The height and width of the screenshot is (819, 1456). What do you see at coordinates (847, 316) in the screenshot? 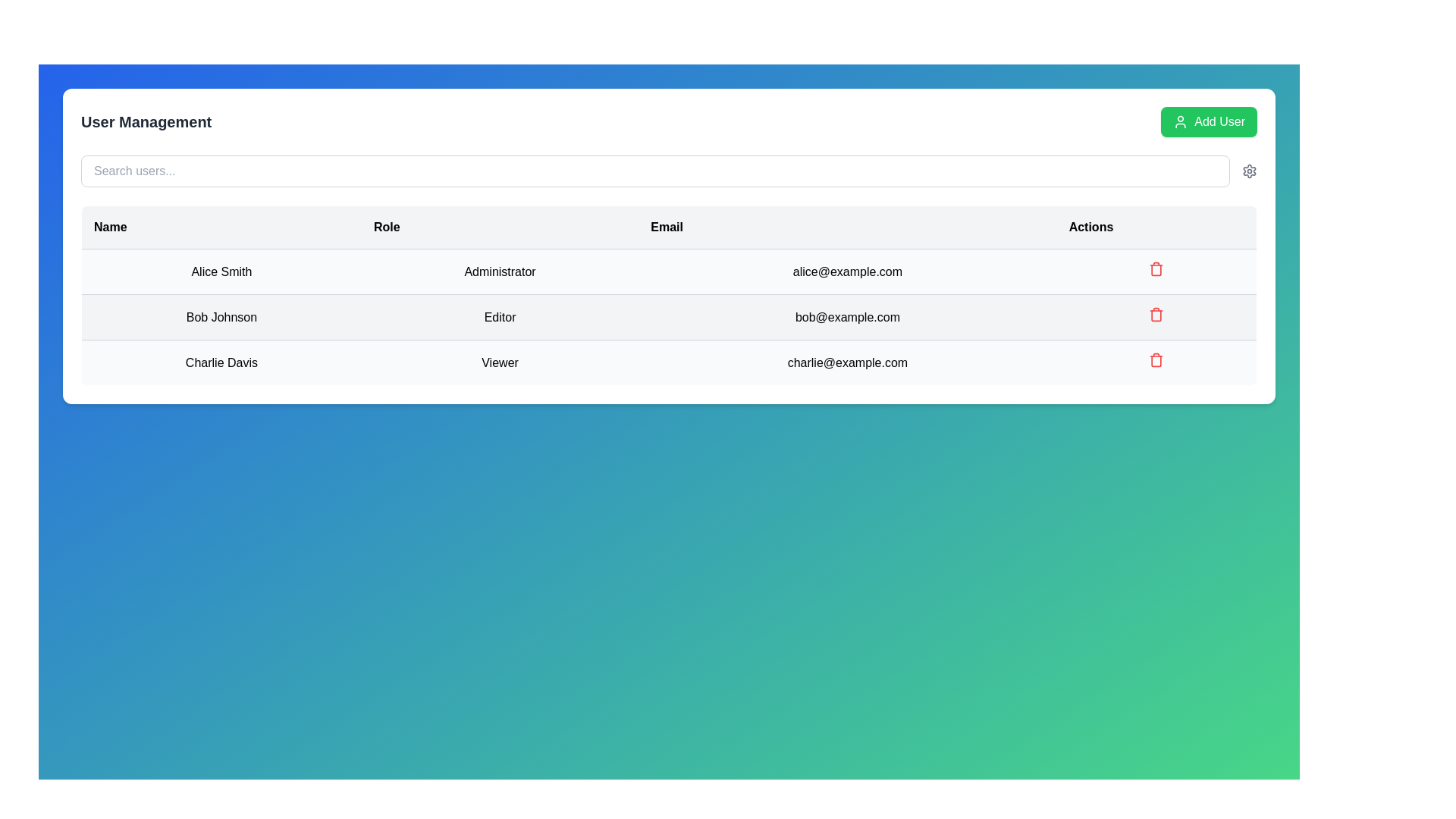
I see `the static text element displaying the email address 'bob@example.com' in the user management table, which is centered in the 'Email' column of the second row` at bounding box center [847, 316].